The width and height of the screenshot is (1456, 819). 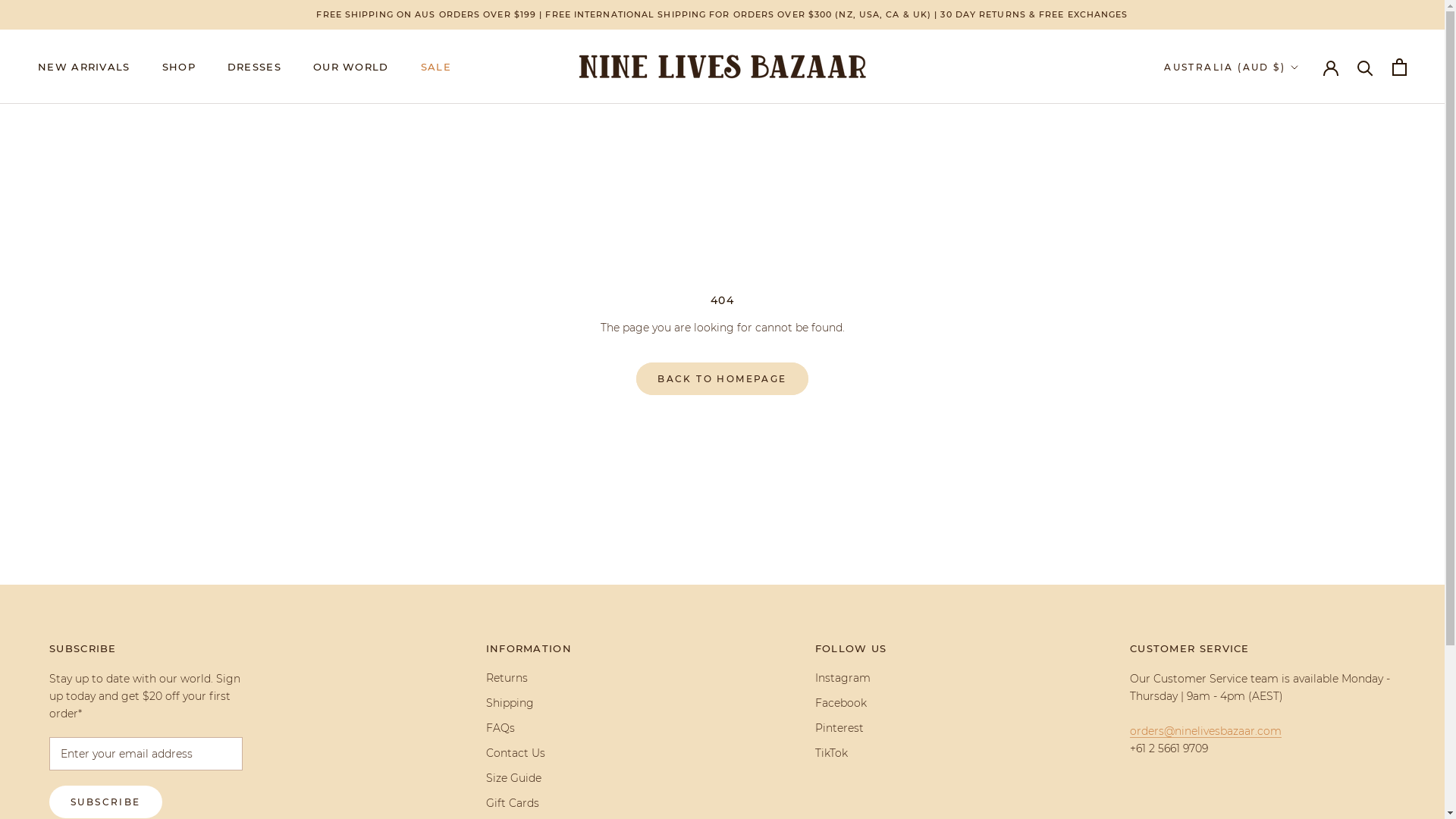 What do you see at coordinates (350, 66) in the screenshot?
I see `'OUR WORLD'` at bounding box center [350, 66].